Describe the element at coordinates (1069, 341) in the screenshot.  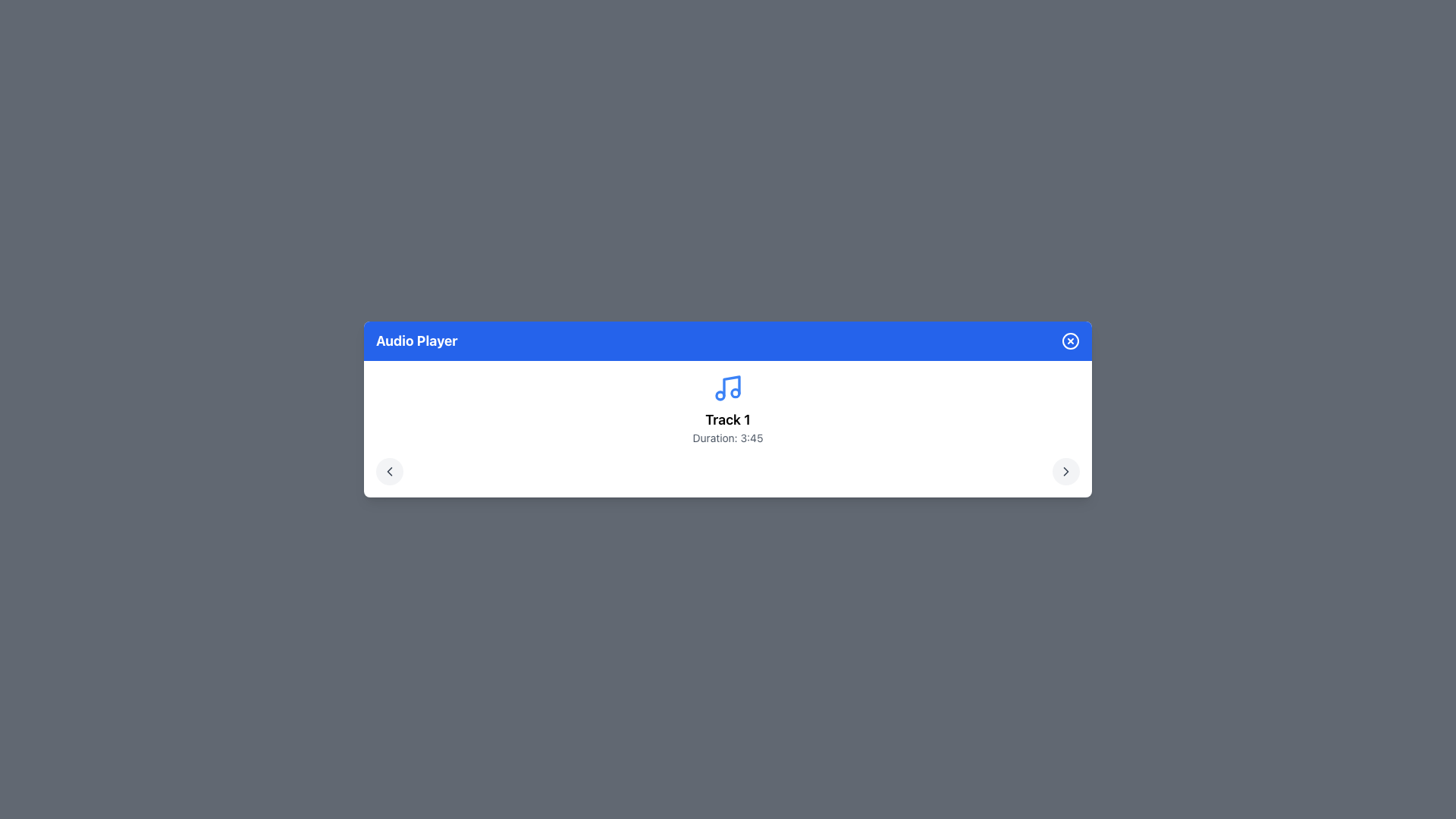
I see `the decorative circle that forms the outer circular border of the close button icon located in the top-right corner of the blue header bar of the audio player interface` at that location.